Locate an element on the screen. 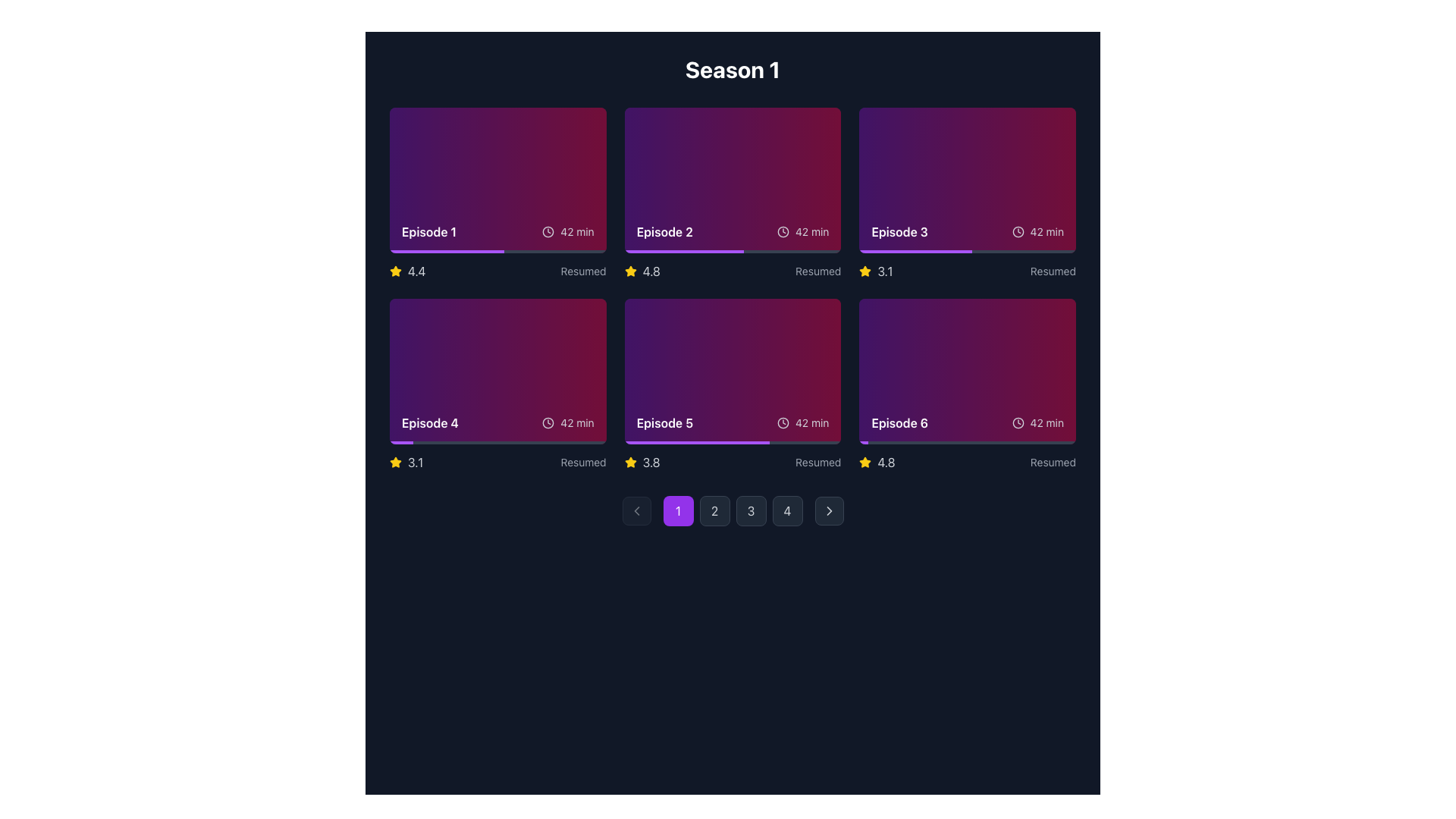  the top-left episode card in the grid representing an episode of a series is located at coordinates (497, 180).